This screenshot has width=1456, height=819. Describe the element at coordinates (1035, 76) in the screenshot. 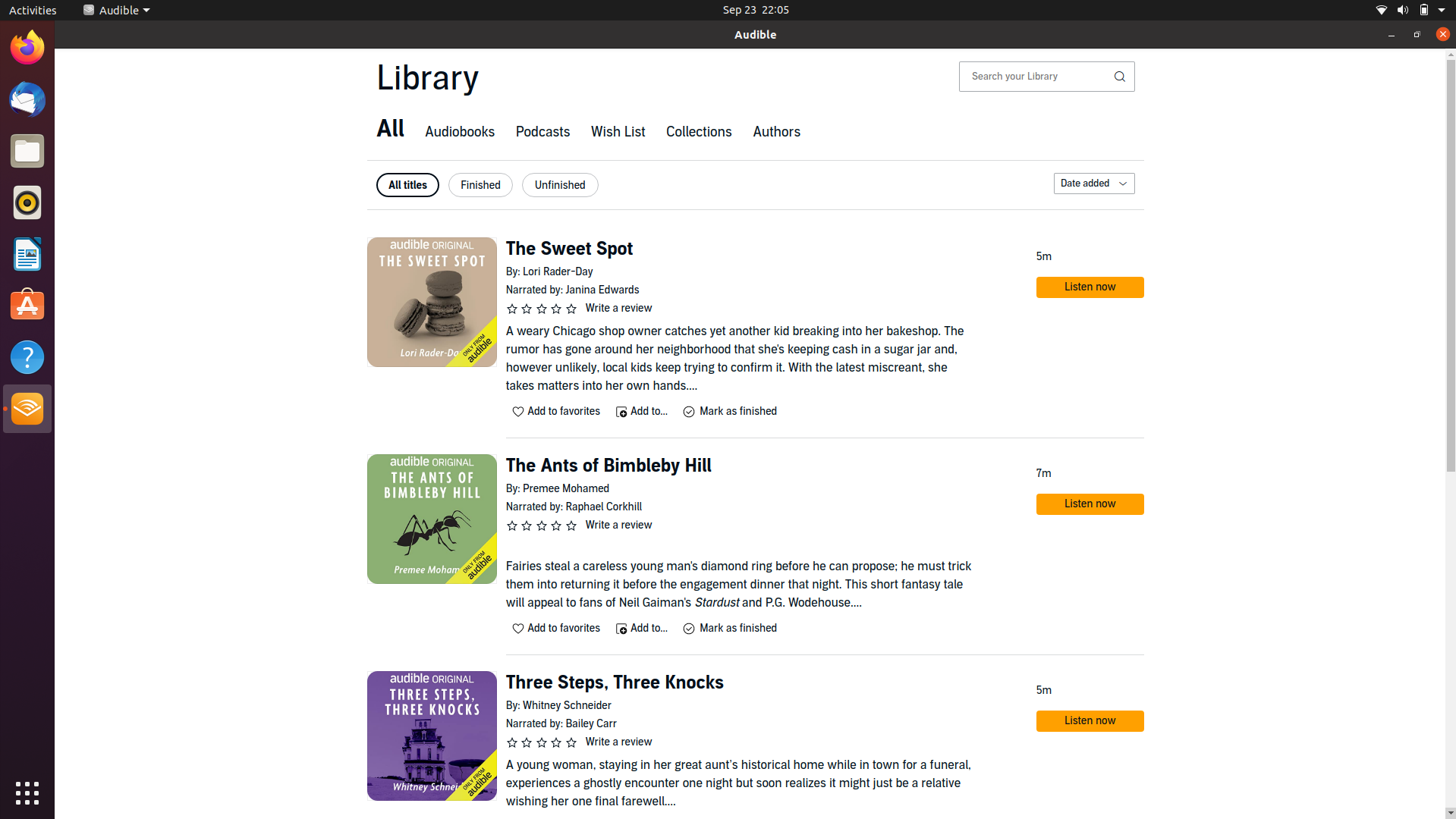

I see `Look up "The 7 Habits of Highly Effective People" in the library search bar` at that location.